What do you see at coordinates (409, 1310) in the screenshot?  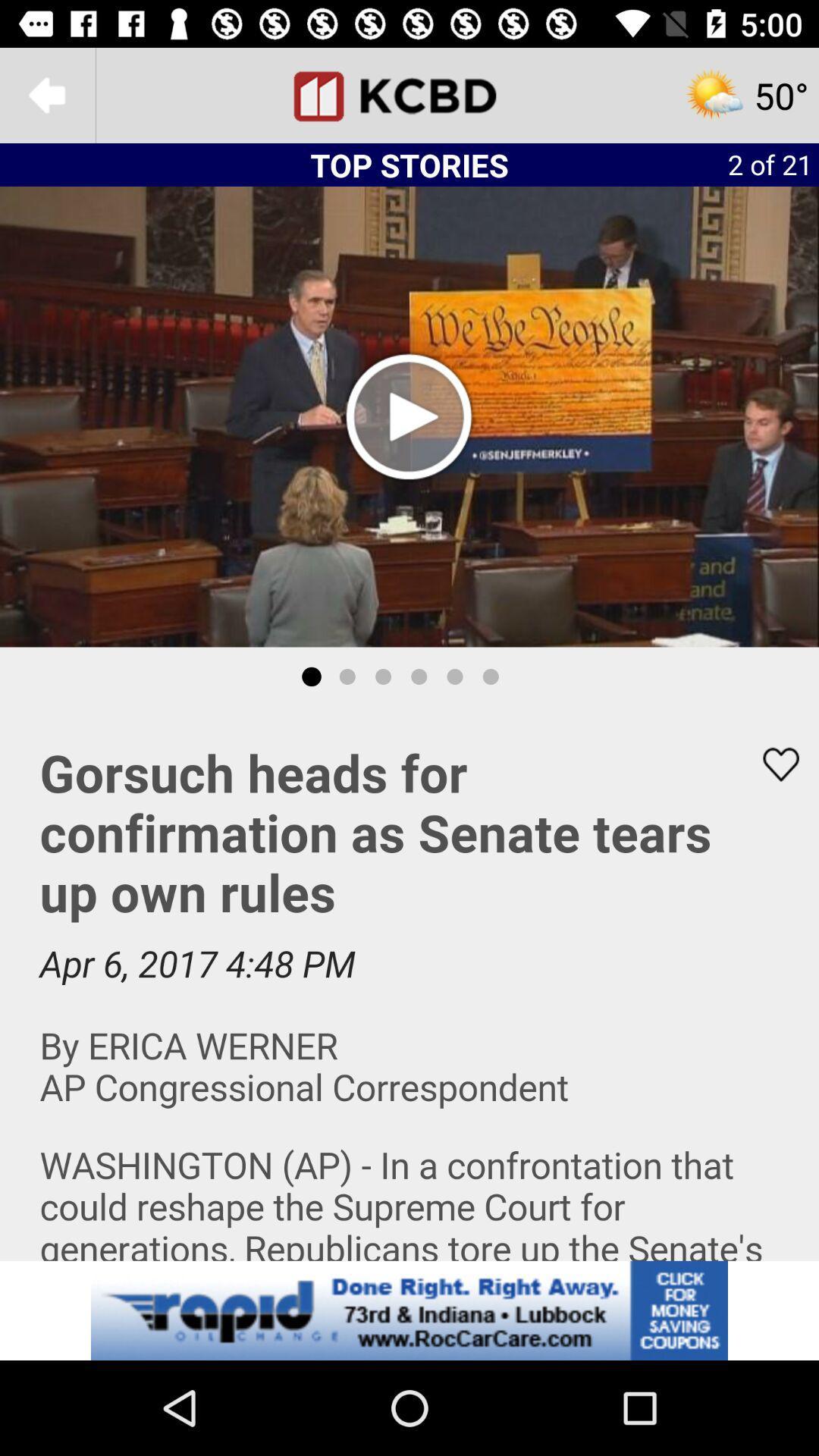 I see `link to an advertisement` at bounding box center [409, 1310].